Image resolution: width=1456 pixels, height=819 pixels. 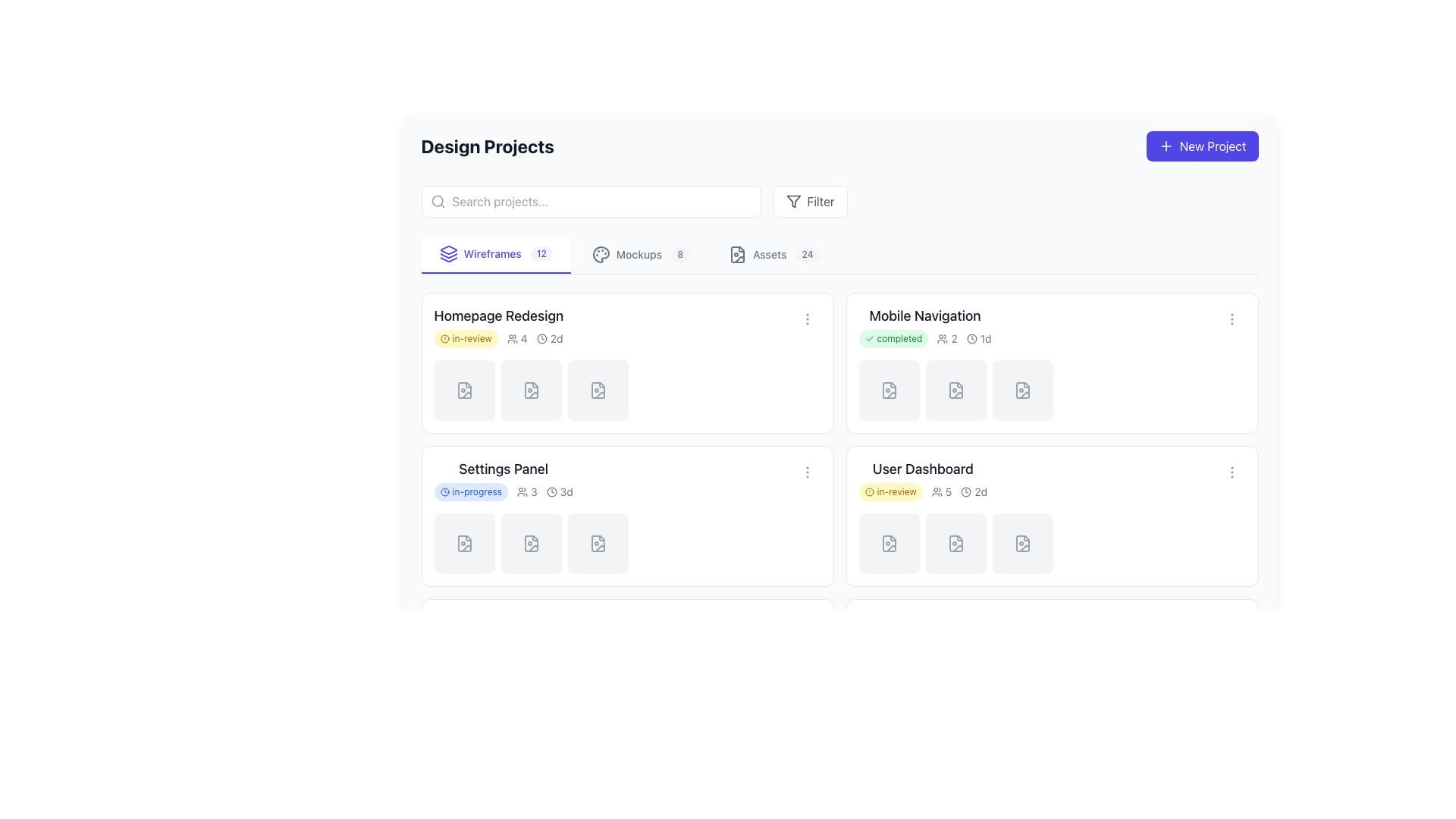 I want to click on the Project summary card titled 'Settings Panel', so click(x=627, y=479).